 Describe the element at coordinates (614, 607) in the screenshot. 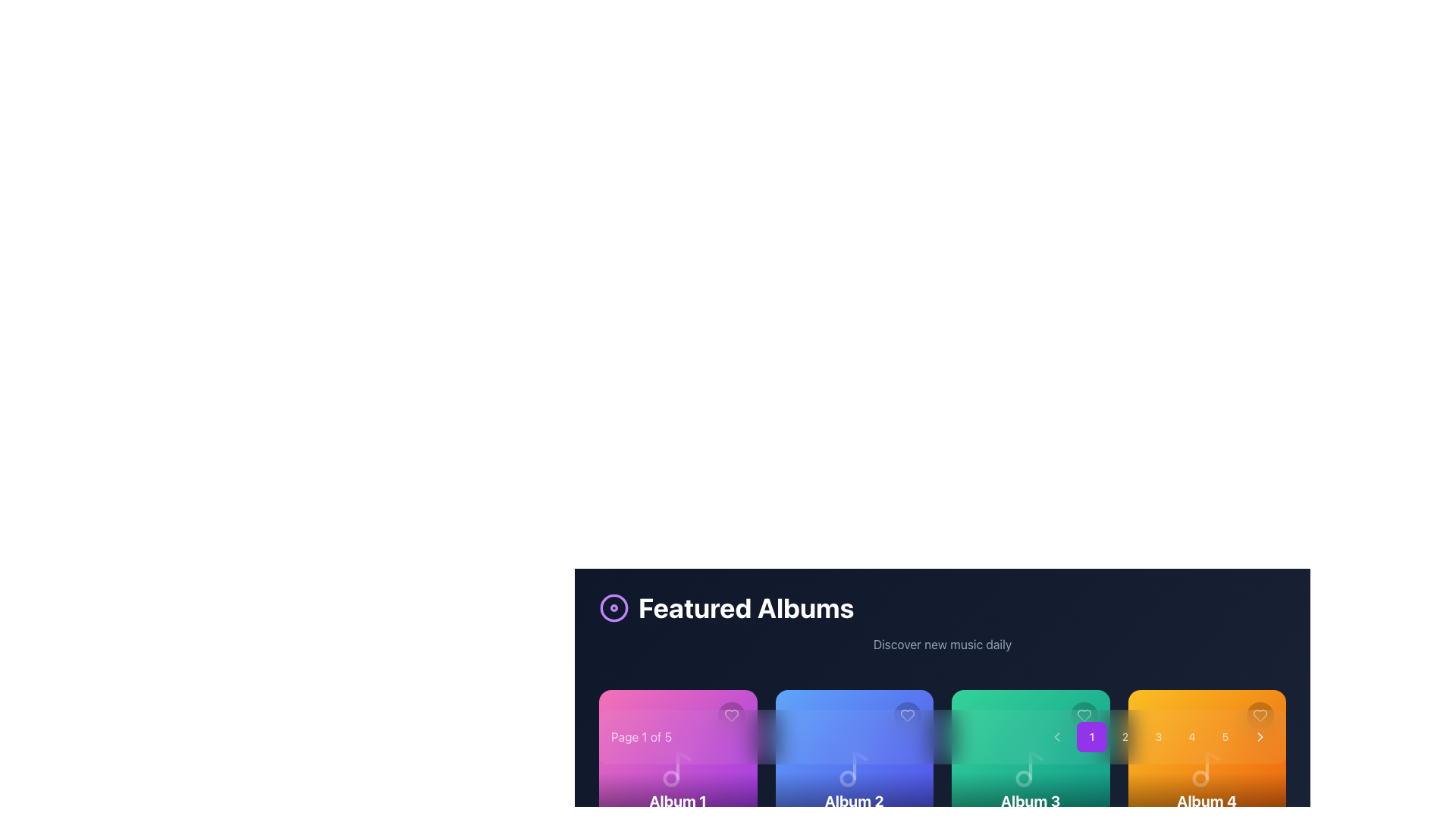

I see `the animation of the decorative icon located to the far left of the 'Featured Albums' title bar, positioned horizontally aligned with the text 'Featured Albums'` at that location.